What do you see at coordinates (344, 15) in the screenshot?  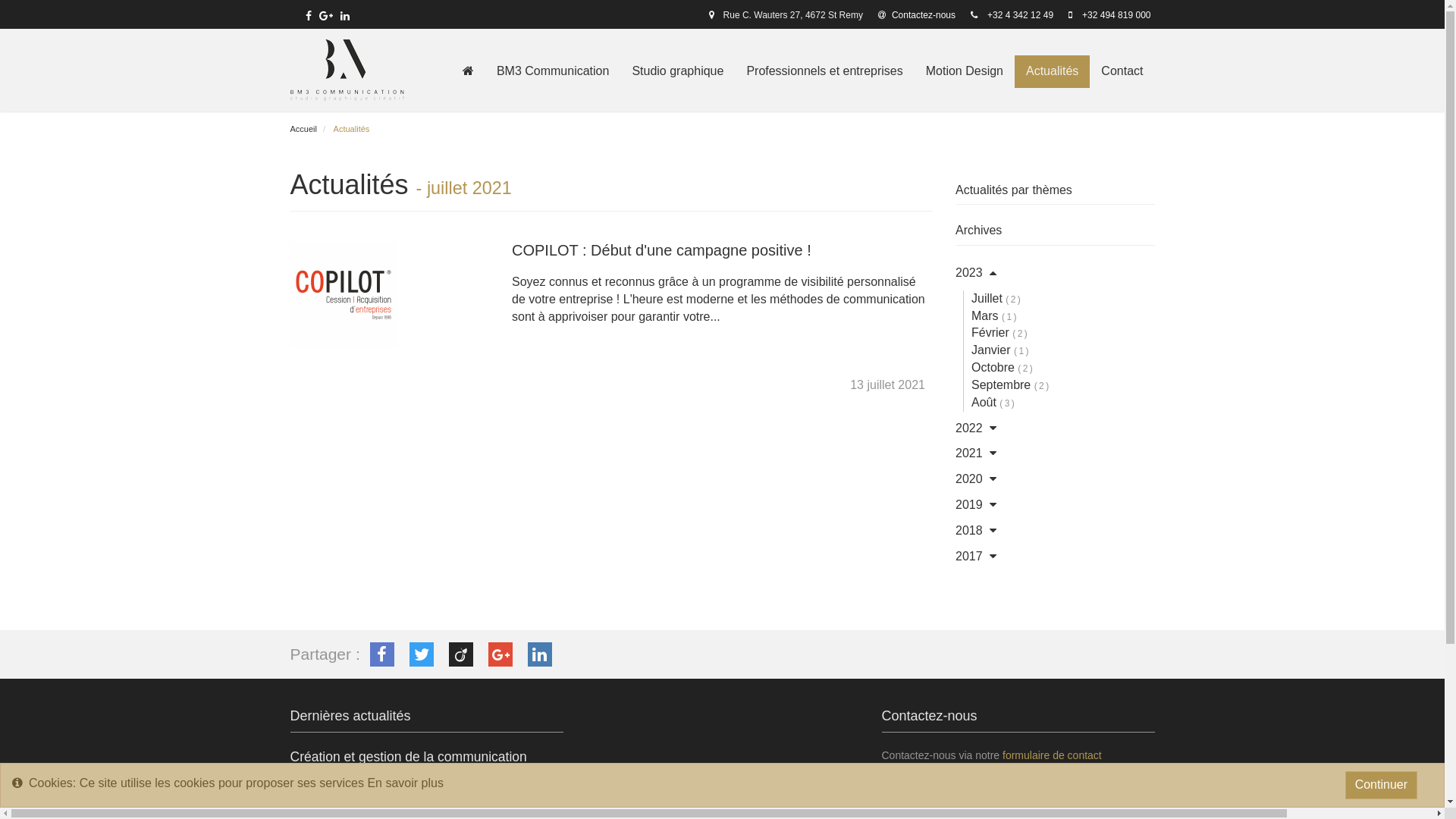 I see `'Suivez-nous sur LinkedIn'` at bounding box center [344, 15].